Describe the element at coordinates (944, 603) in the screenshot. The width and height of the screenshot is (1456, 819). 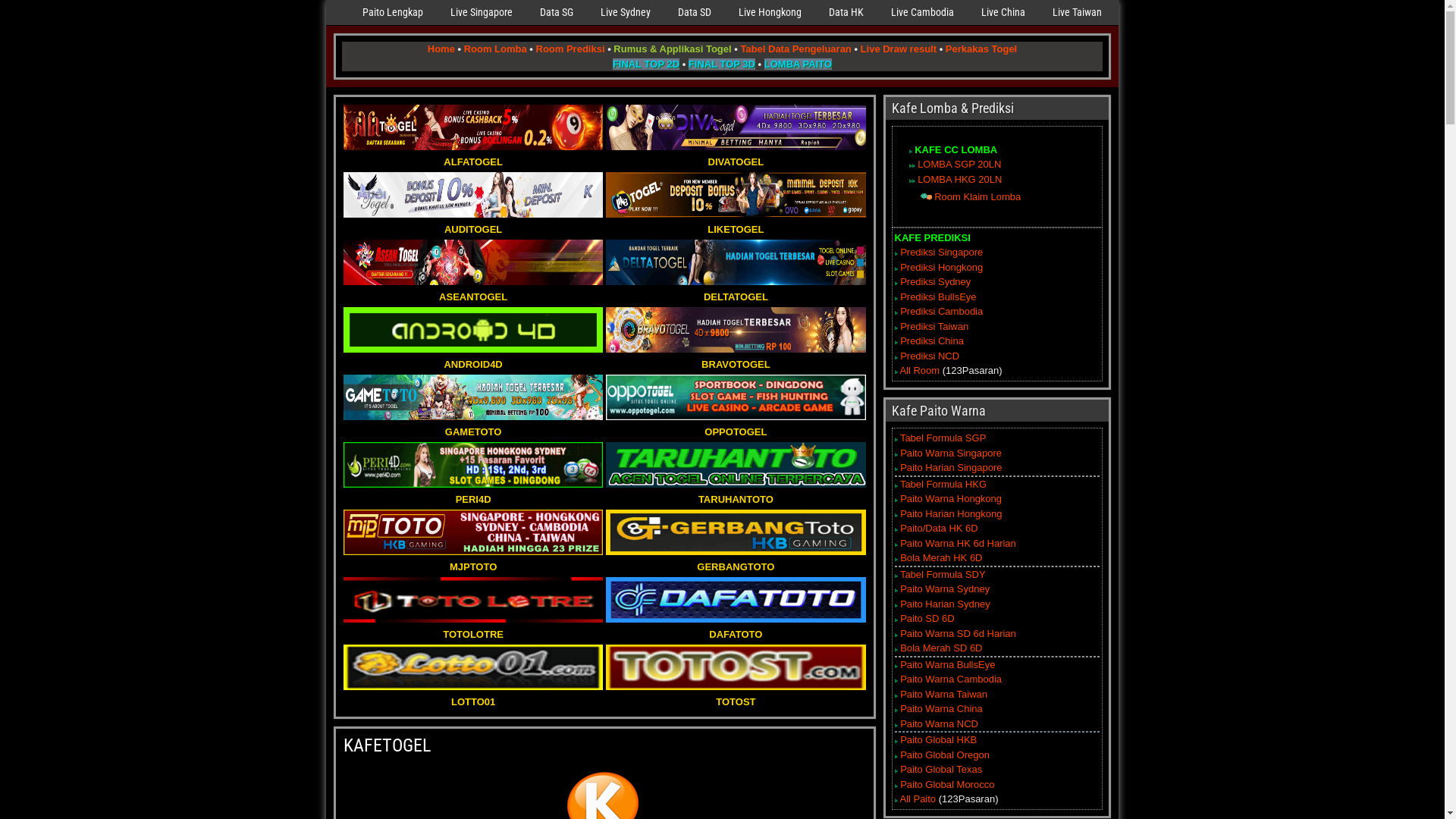
I see `'Paito Harian Sydney'` at that location.